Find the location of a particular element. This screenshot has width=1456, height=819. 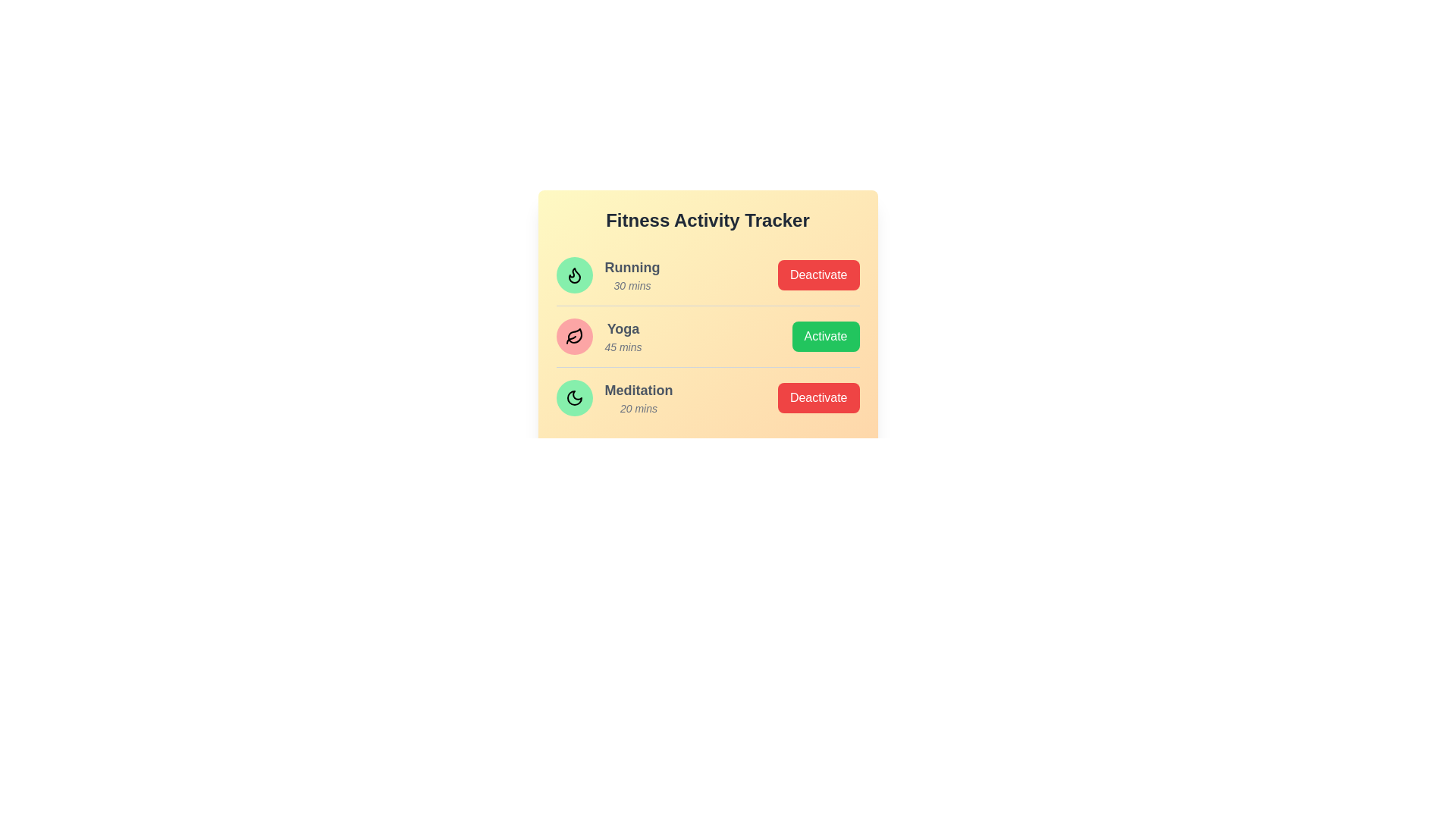

button to toggle the status of the activity Running is located at coordinates (817, 275).